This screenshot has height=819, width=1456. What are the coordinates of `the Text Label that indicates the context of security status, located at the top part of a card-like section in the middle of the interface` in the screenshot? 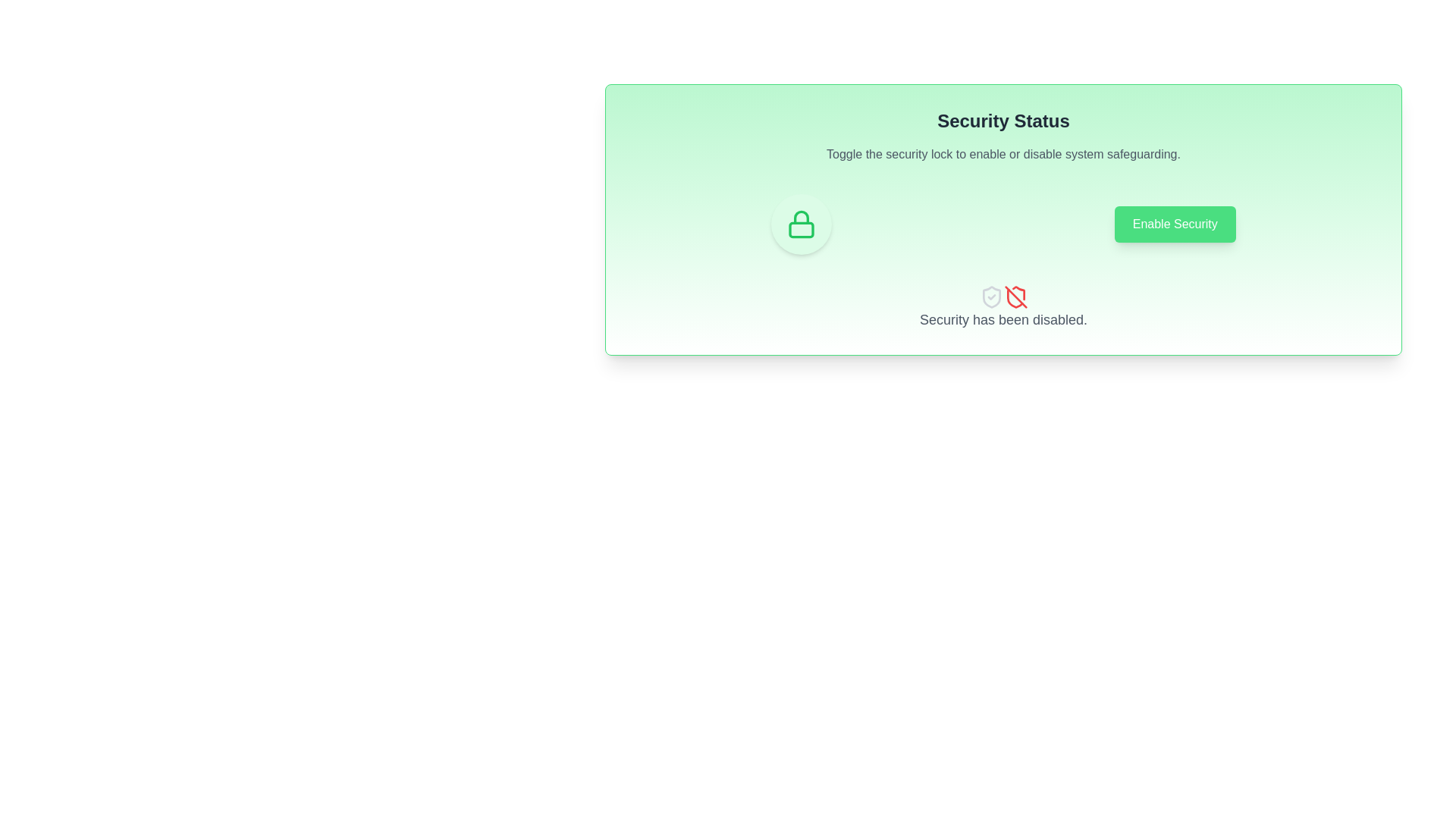 It's located at (1003, 120).